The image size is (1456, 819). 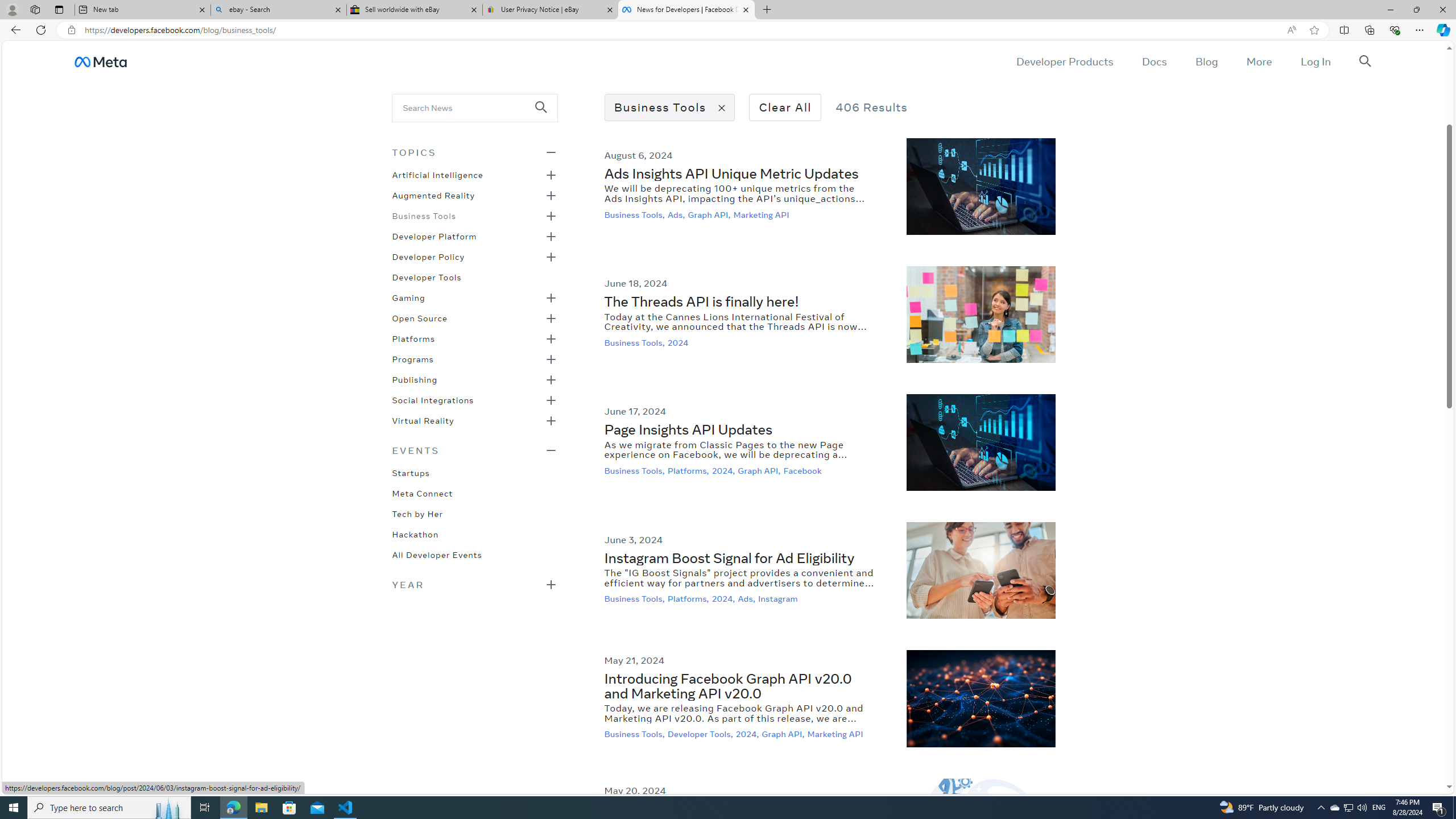 I want to click on 'Publishing', so click(x=415, y=379).